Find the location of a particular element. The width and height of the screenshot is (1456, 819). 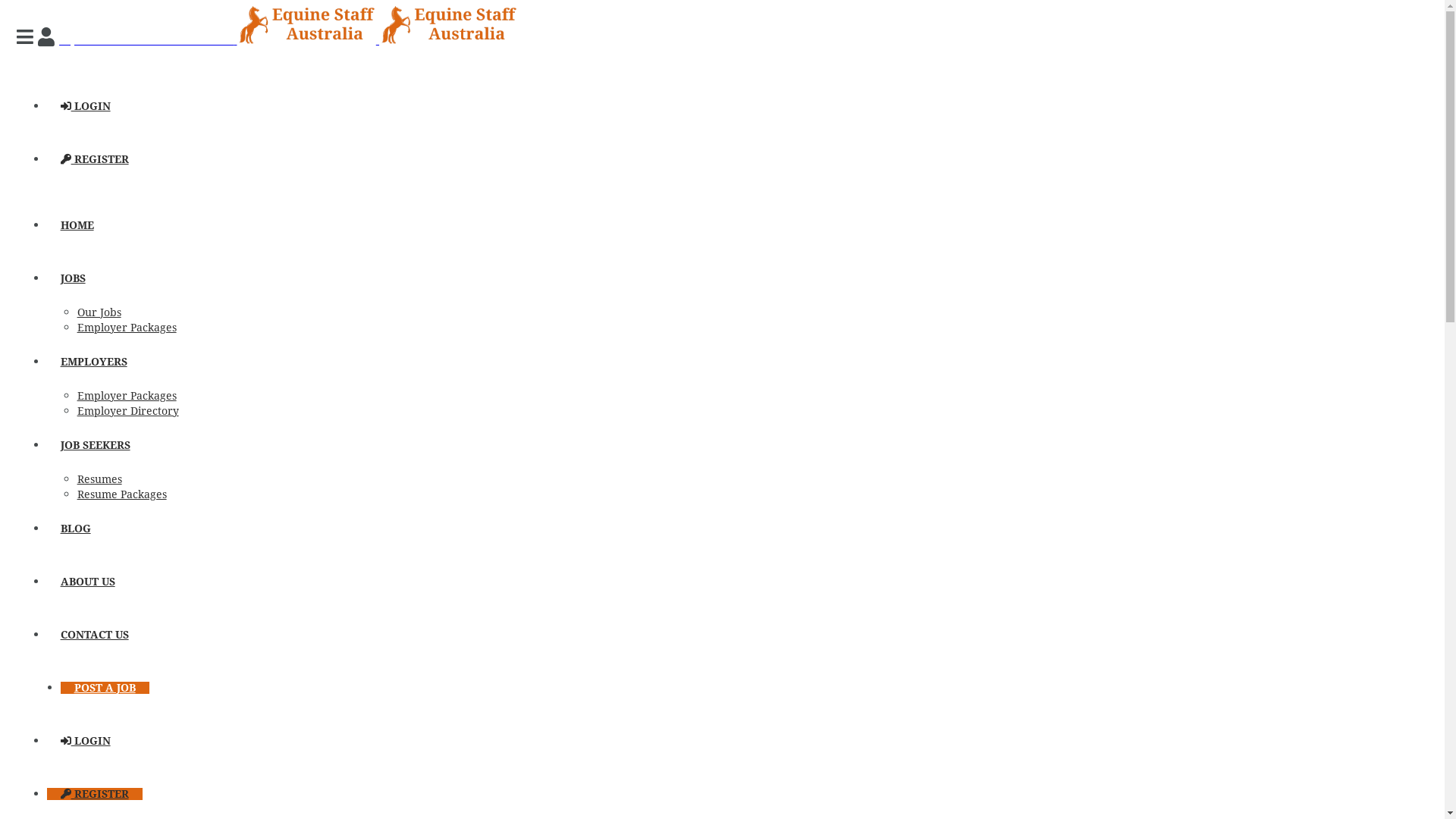

'POST A JOB' is located at coordinates (104, 687).